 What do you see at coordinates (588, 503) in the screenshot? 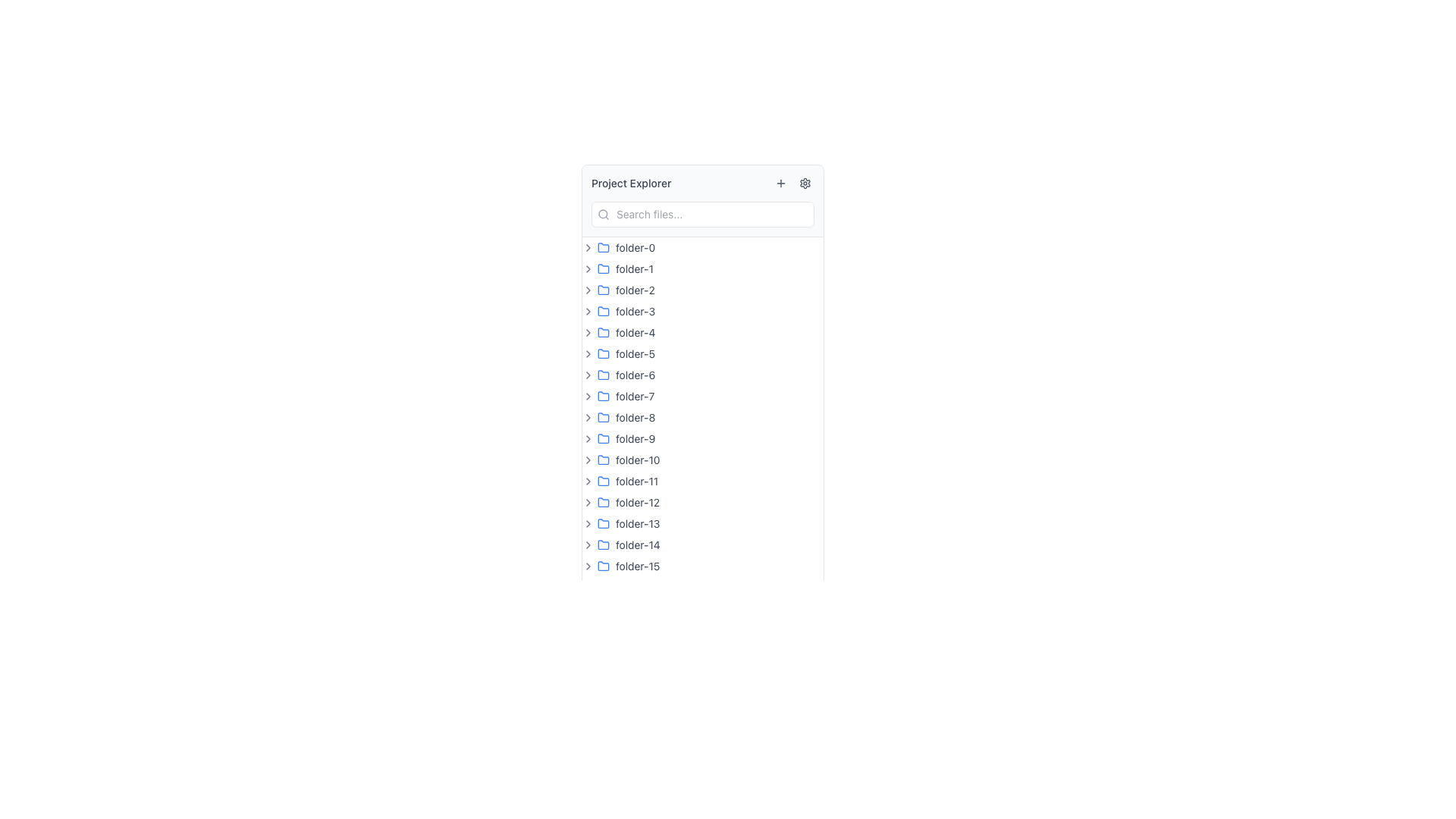
I see `the small right-pointing chevron icon, which is positioned to the left of the folder icon labeled 'folder-12'` at bounding box center [588, 503].